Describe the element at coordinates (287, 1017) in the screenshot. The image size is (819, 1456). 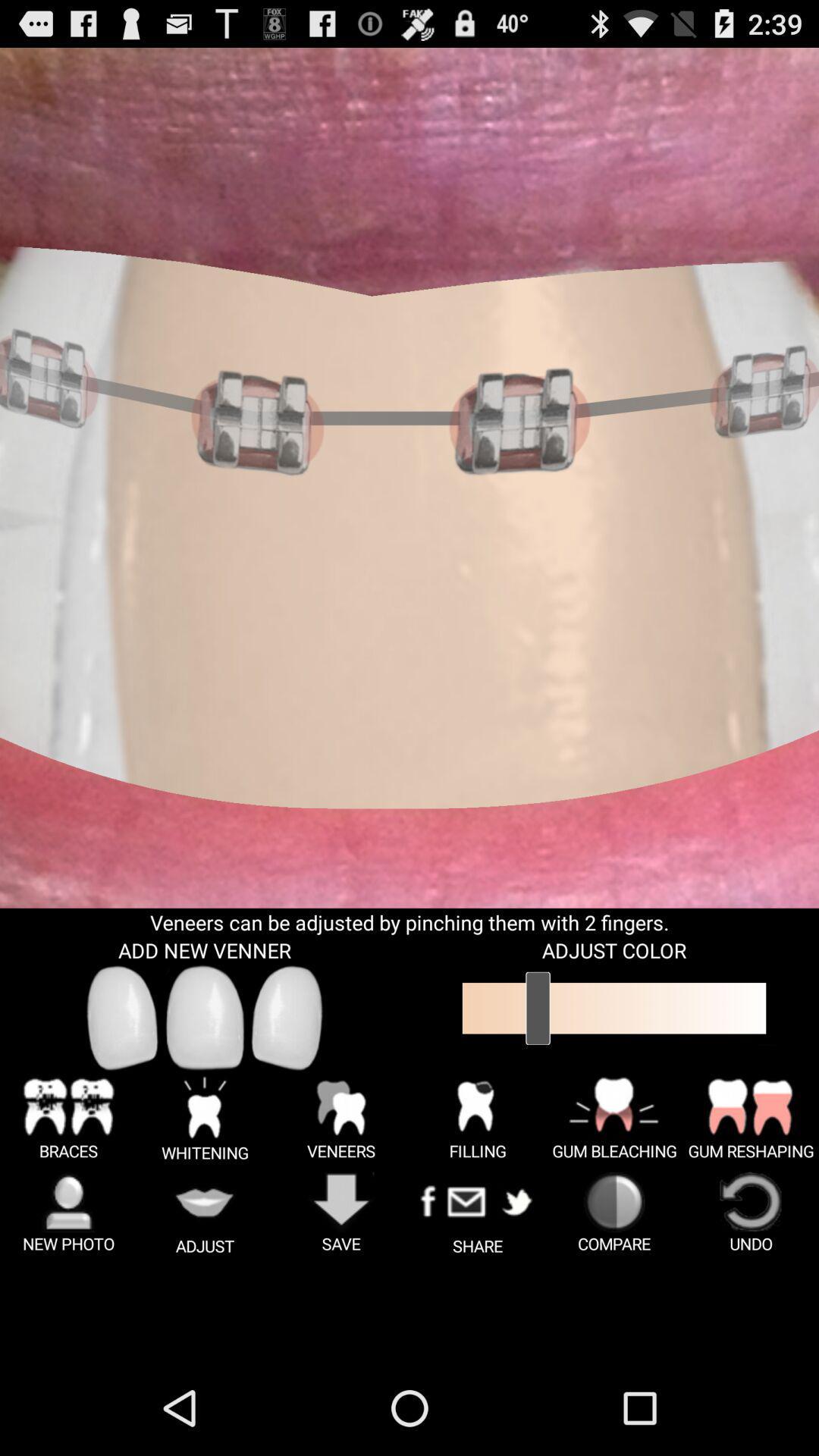
I see `veneer` at that location.